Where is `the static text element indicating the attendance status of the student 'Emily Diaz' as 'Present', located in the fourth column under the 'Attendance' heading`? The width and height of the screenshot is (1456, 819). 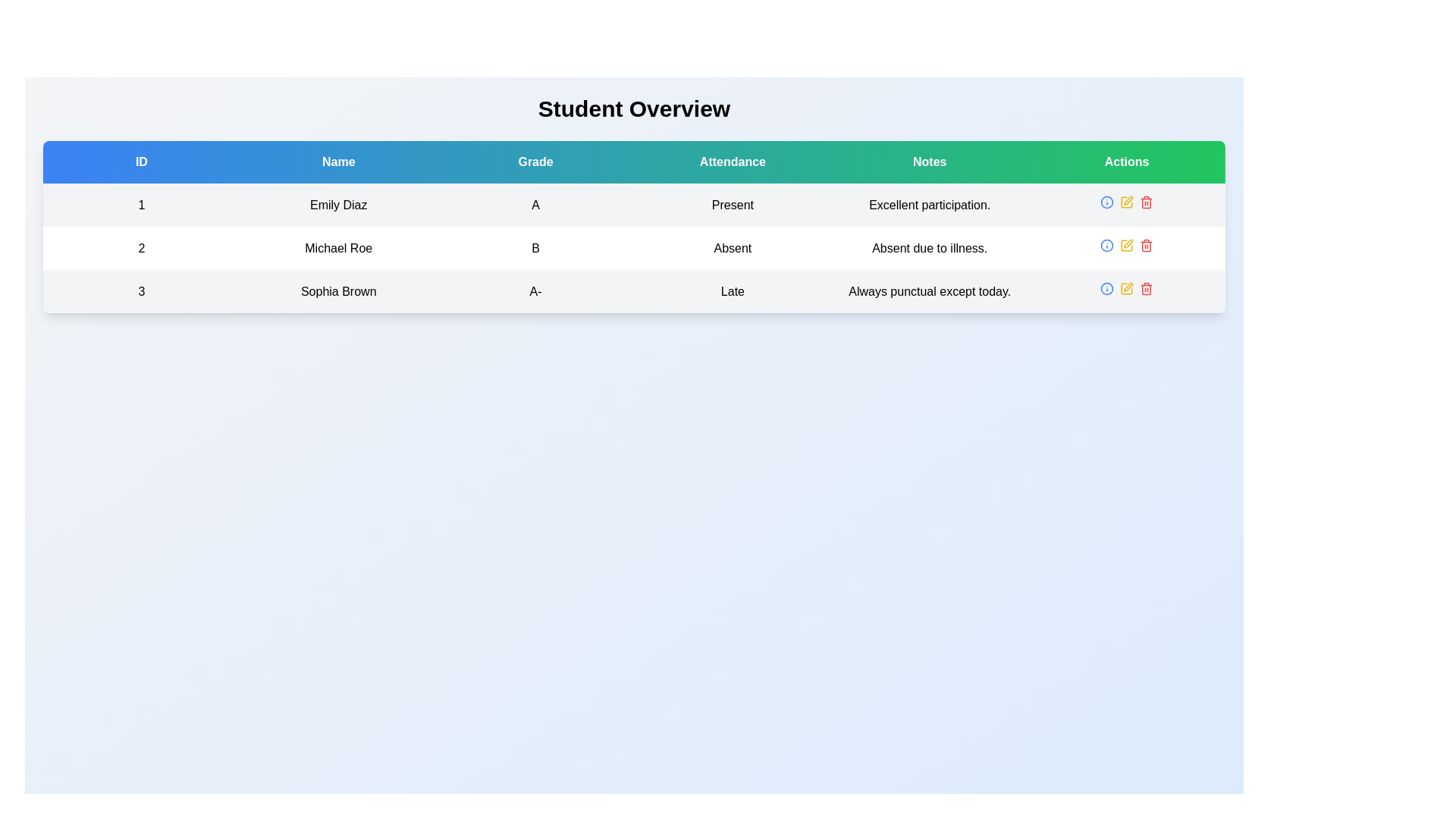
the static text element indicating the attendance status of the student 'Emily Diaz' as 'Present', located in the fourth column under the 'Attendance' heading is located at coordinates (733, 205).